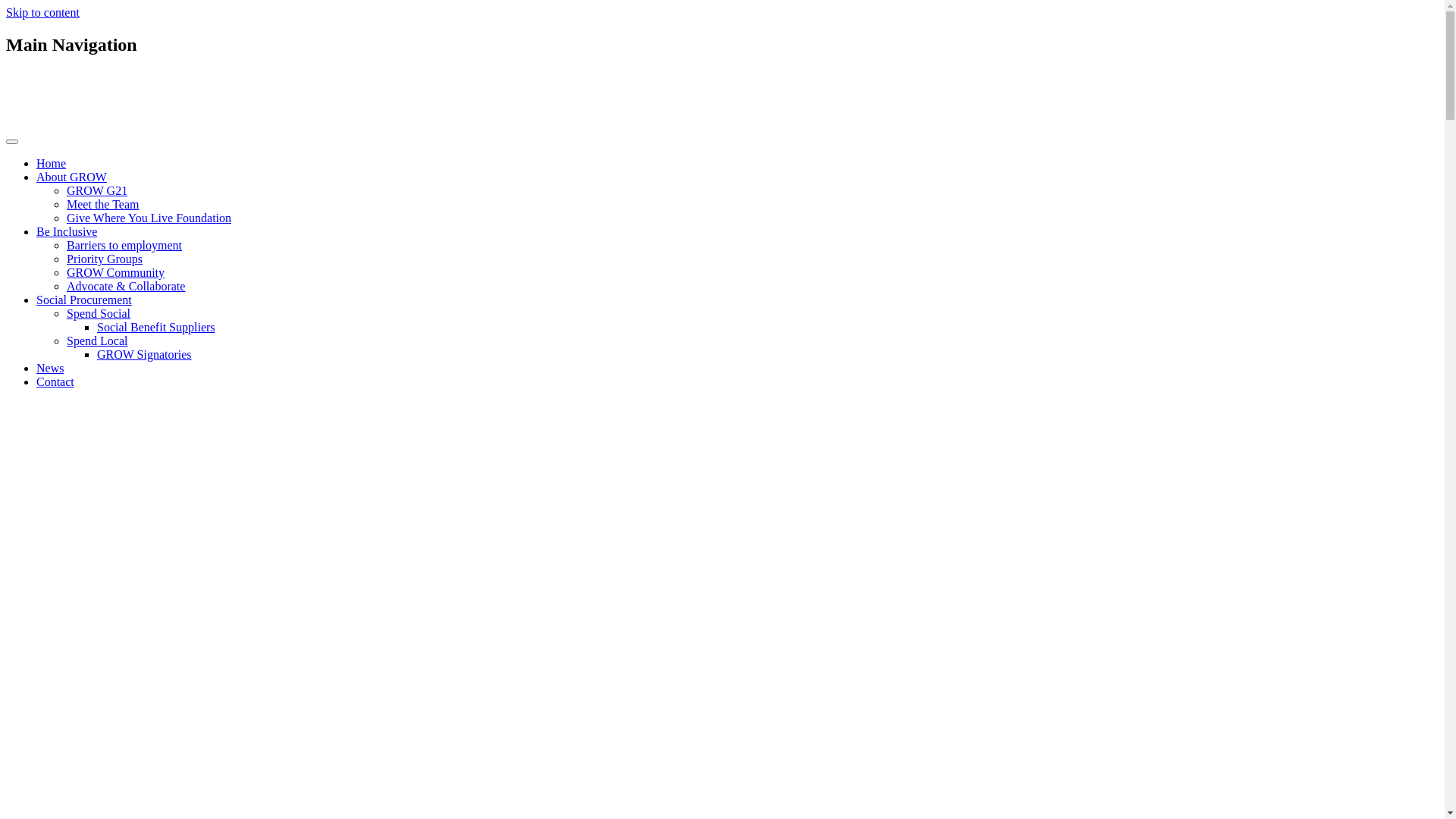  I want to click on 'Social Benefit Suppliers', so click(96, 326).